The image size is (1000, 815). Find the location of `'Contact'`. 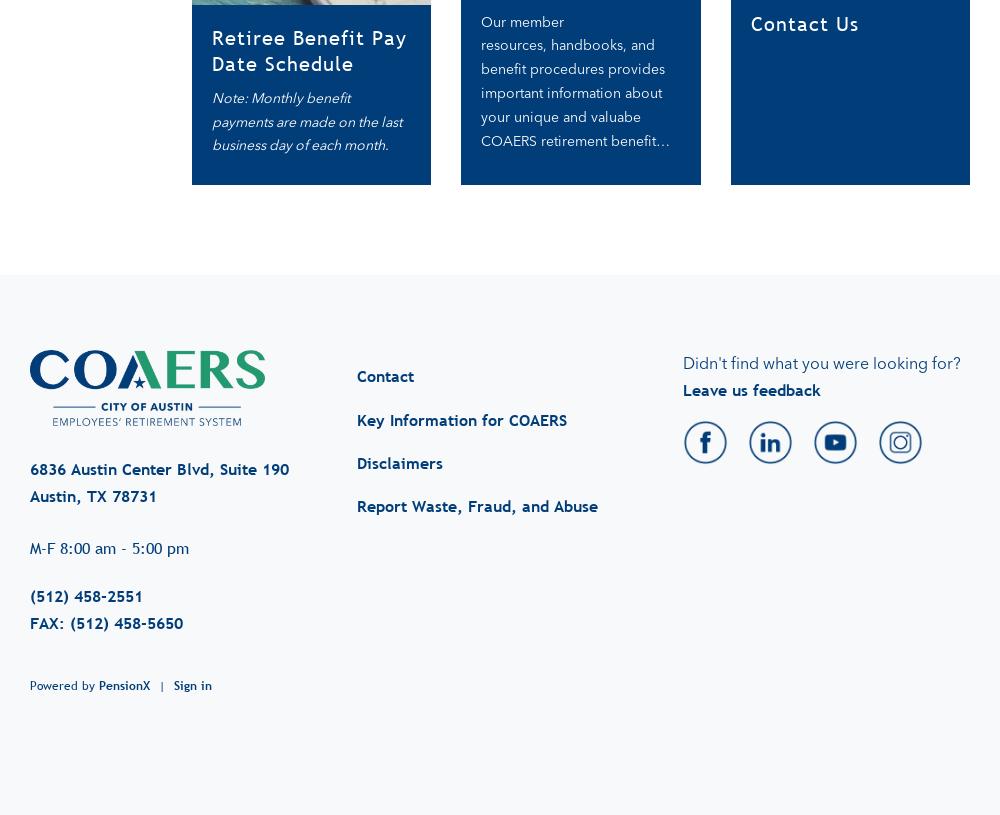

'Contact' is located at coordinates (384, 355).